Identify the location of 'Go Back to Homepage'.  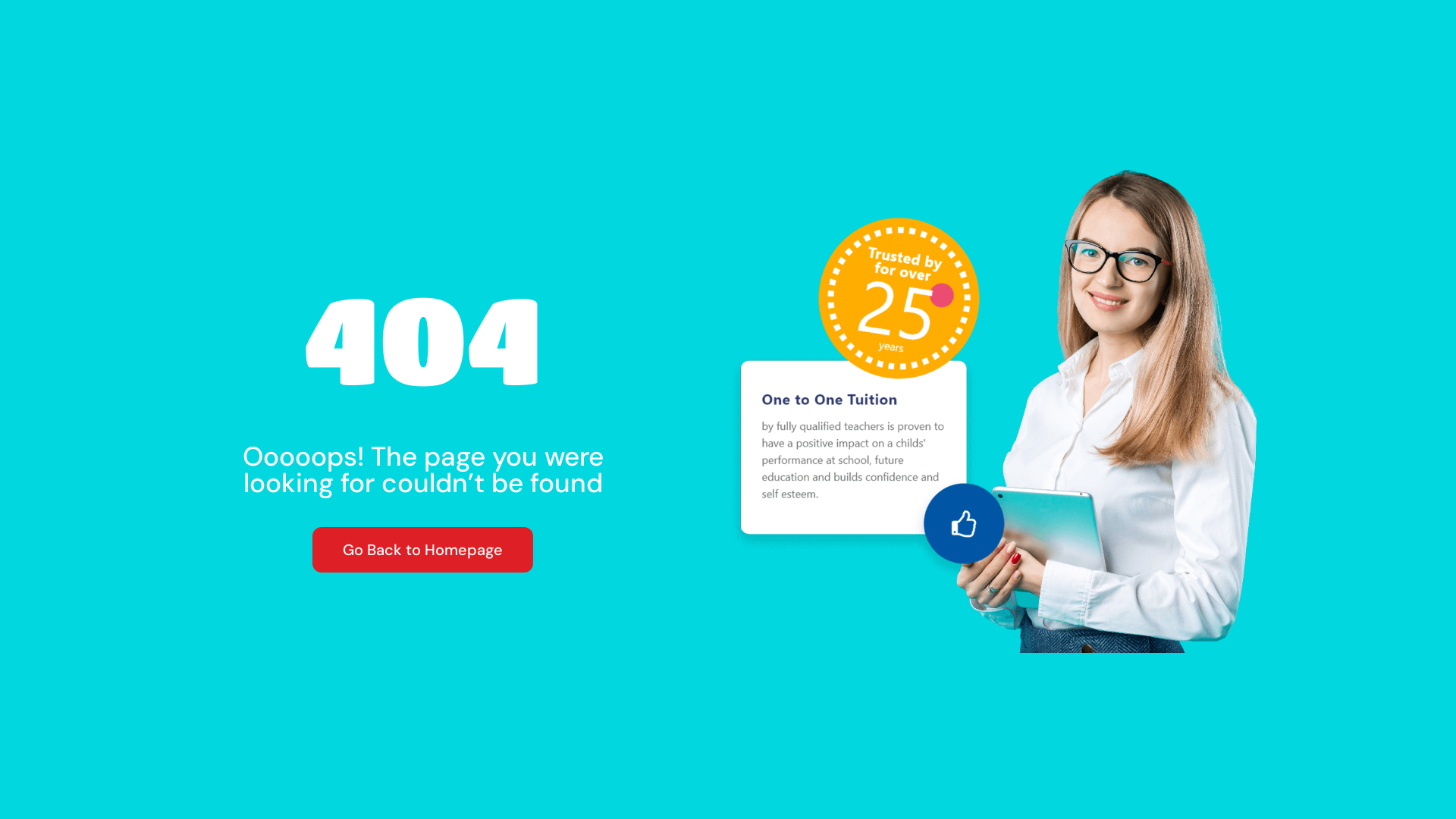
(422, 550).